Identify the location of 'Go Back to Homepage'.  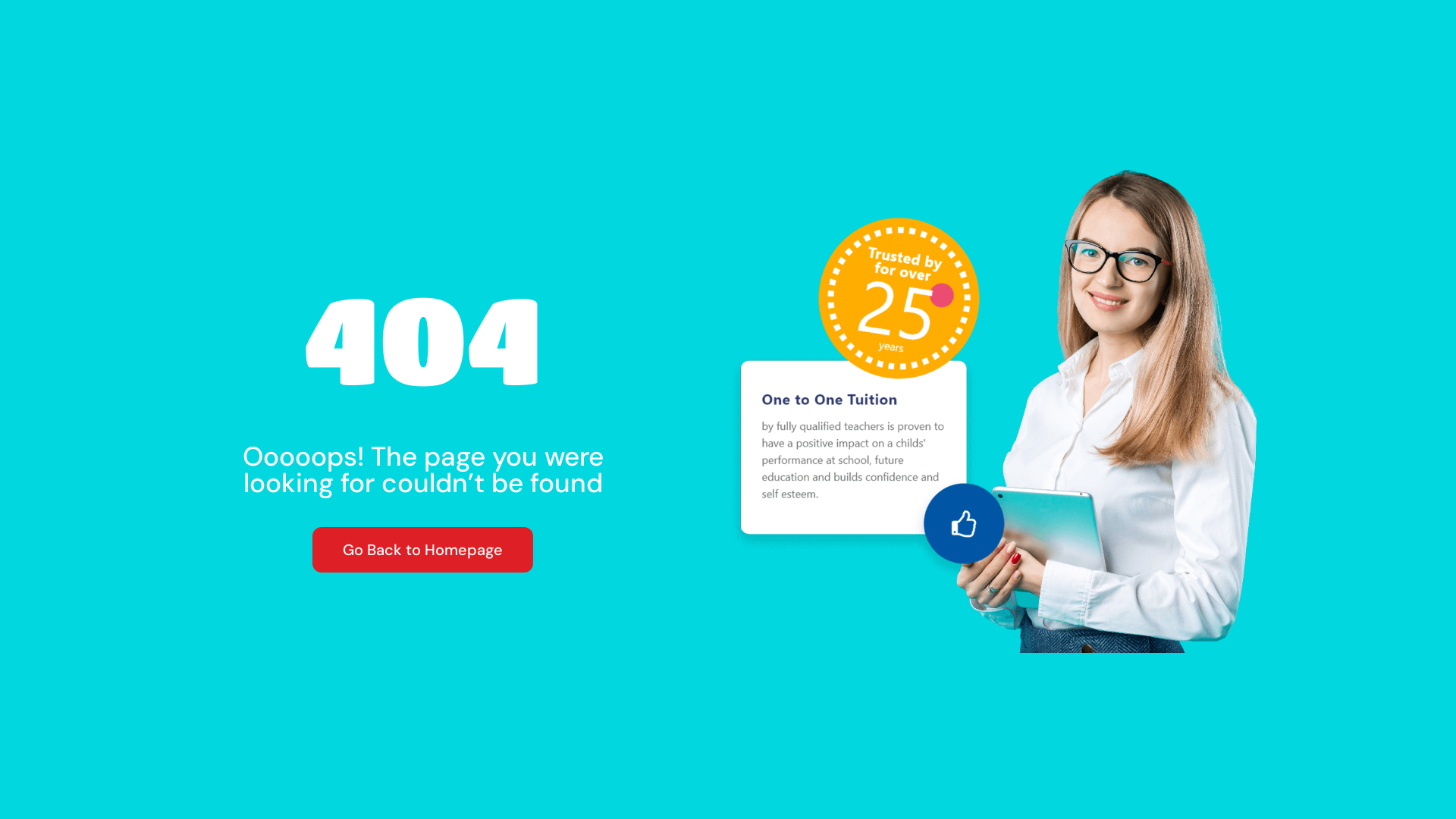
(422, 550).